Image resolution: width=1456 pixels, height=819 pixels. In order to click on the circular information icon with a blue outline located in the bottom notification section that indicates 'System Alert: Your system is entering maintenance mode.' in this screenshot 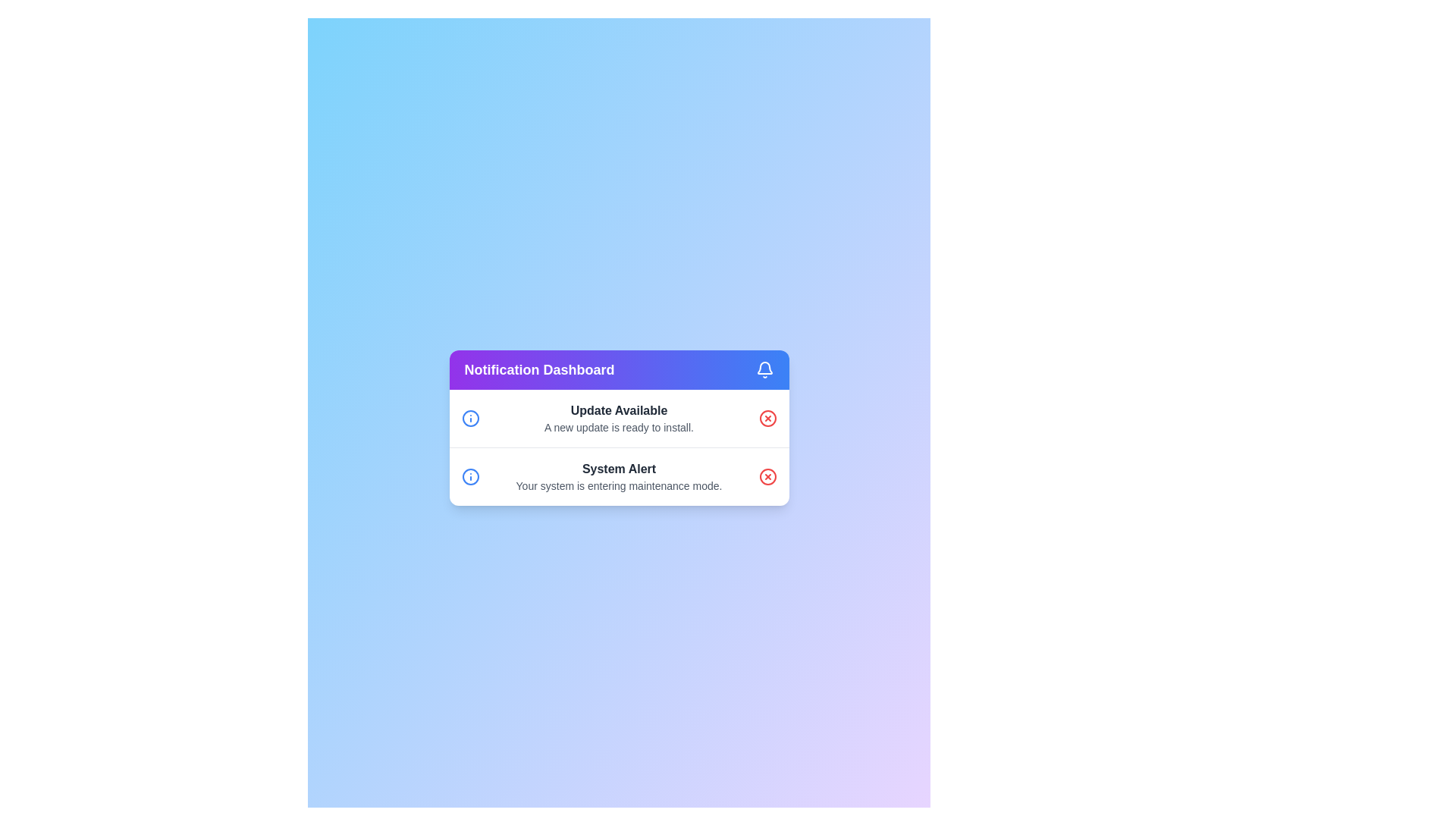, I will do `click(469, 475)`.